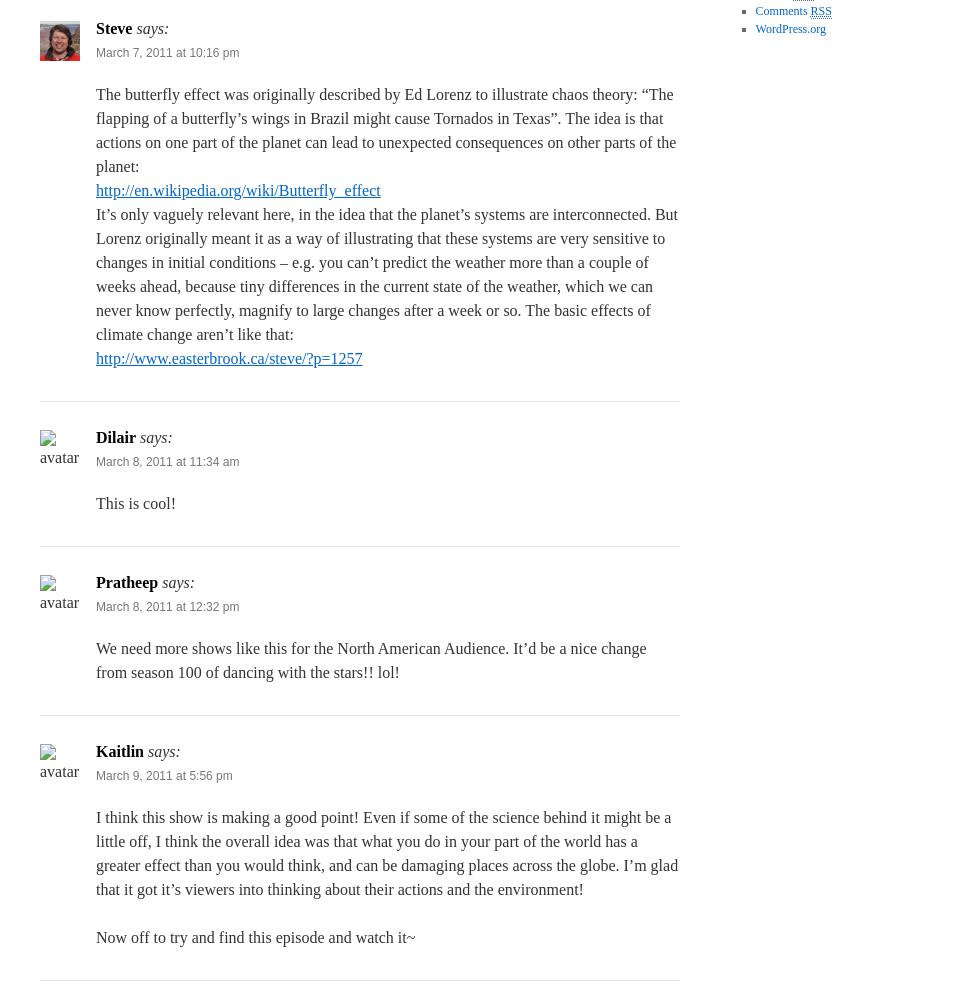 The width and height of the screenshot is (980, 1003). I want to click on 'This is cool!', so click(136, 502).